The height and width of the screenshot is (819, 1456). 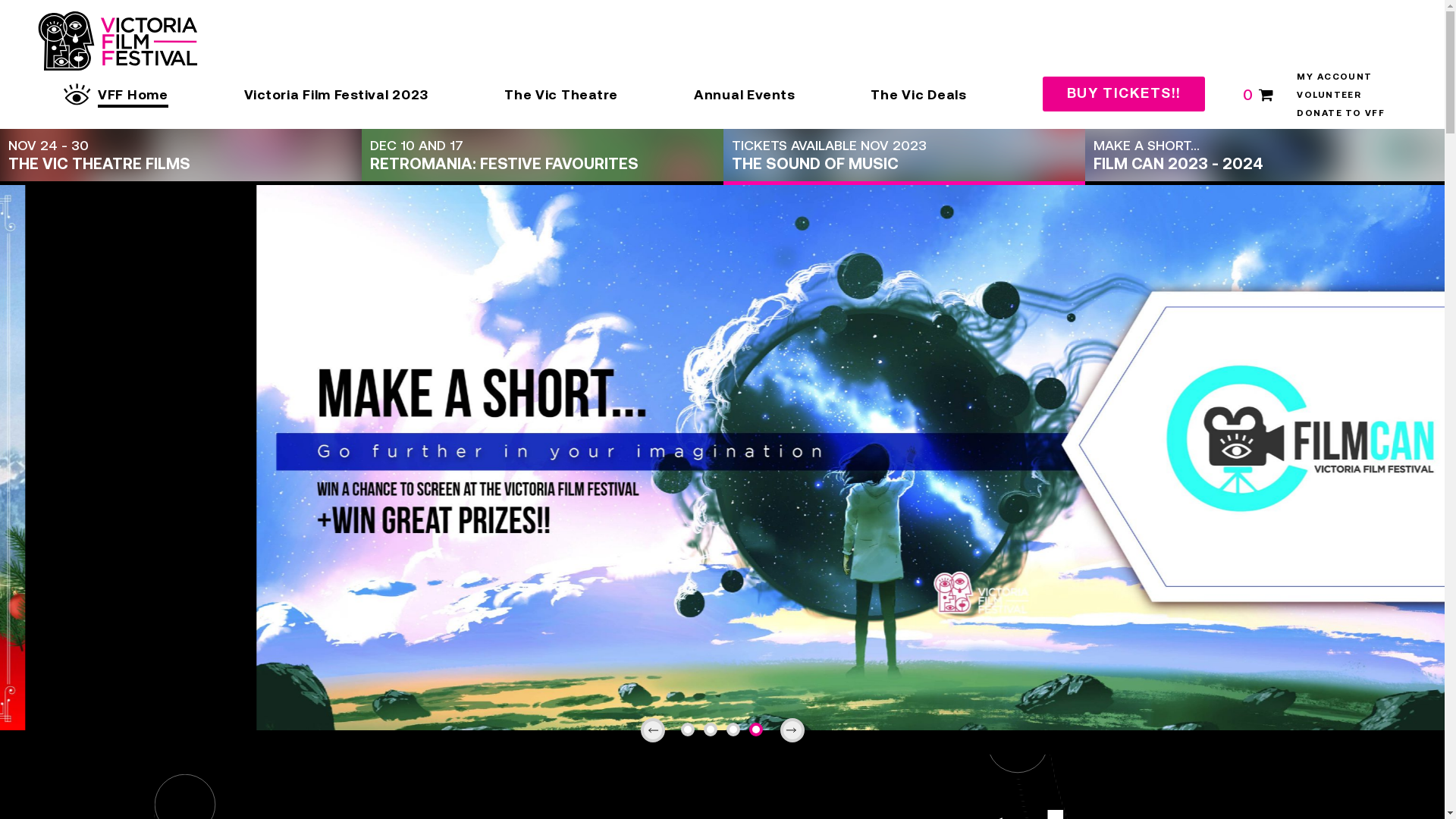 I want to click on 'Annual Events', so click(x=744, y=93).